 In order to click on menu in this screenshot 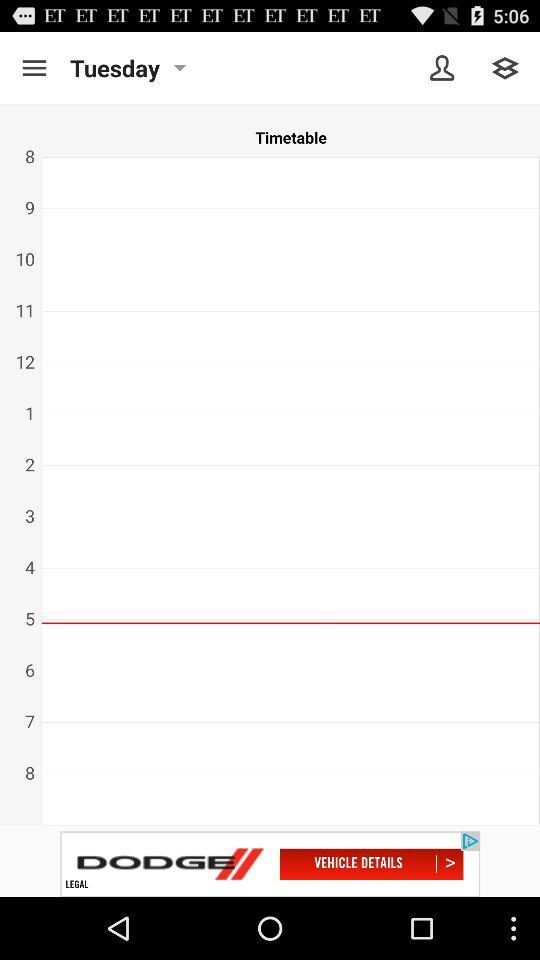, I will do `click(33, 68)`.